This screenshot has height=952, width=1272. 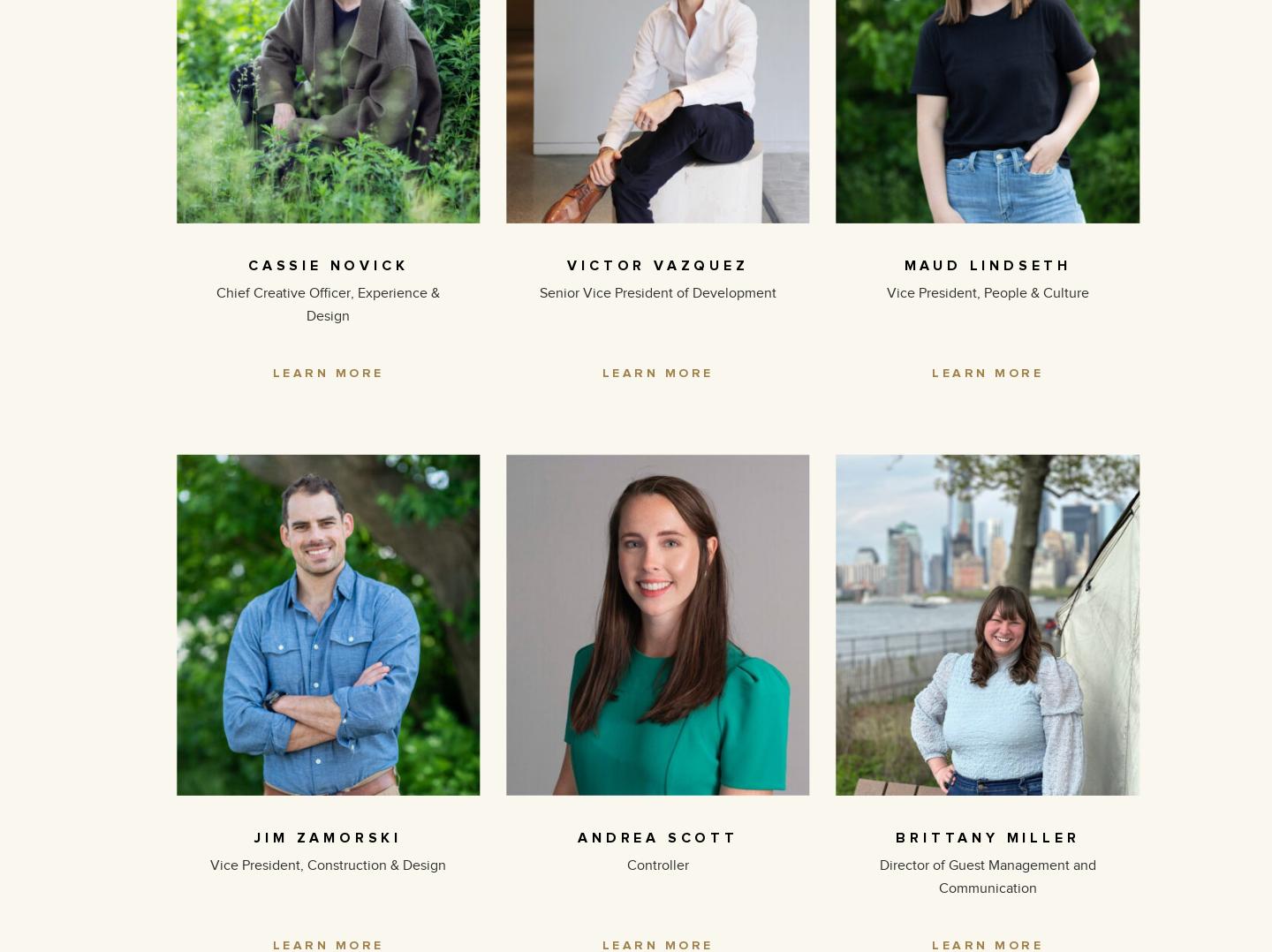 I want to click on 'MAUD LINDSETH', so click(x=987, y=265).